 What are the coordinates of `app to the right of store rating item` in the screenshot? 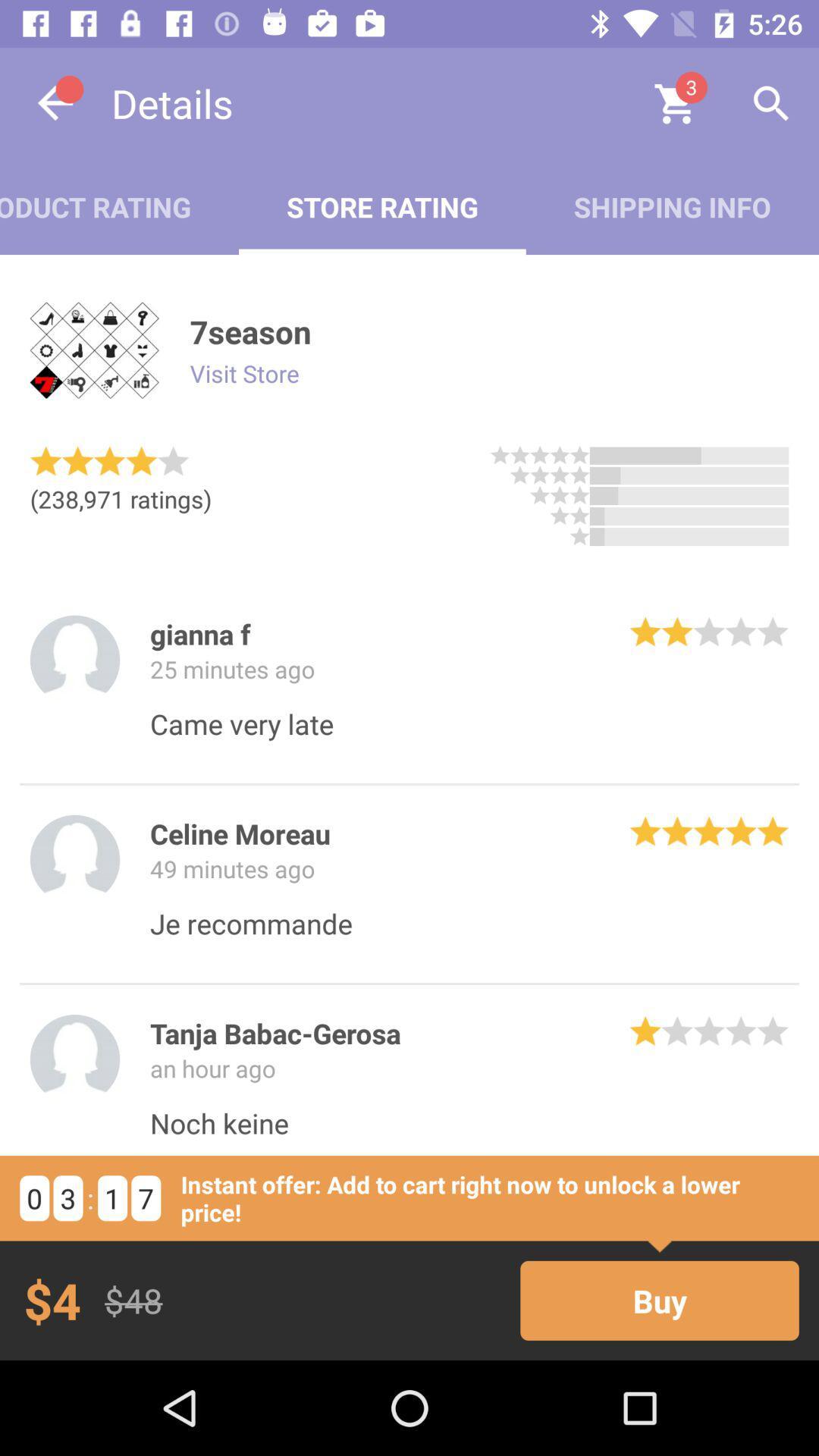 It's located at (671, 206).